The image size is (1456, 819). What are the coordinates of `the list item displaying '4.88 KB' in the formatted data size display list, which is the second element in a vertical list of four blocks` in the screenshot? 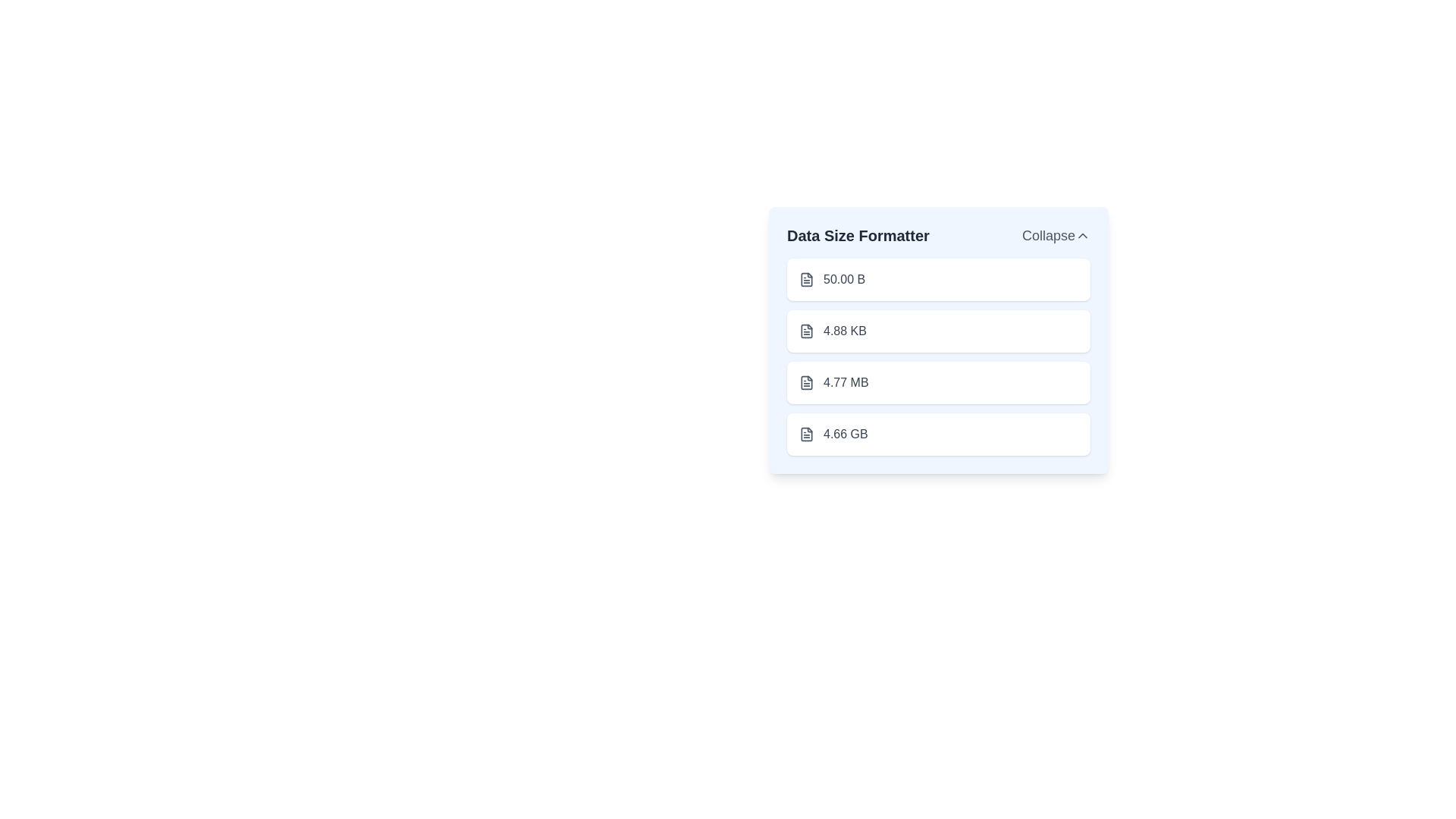 It's located at (938, 339).